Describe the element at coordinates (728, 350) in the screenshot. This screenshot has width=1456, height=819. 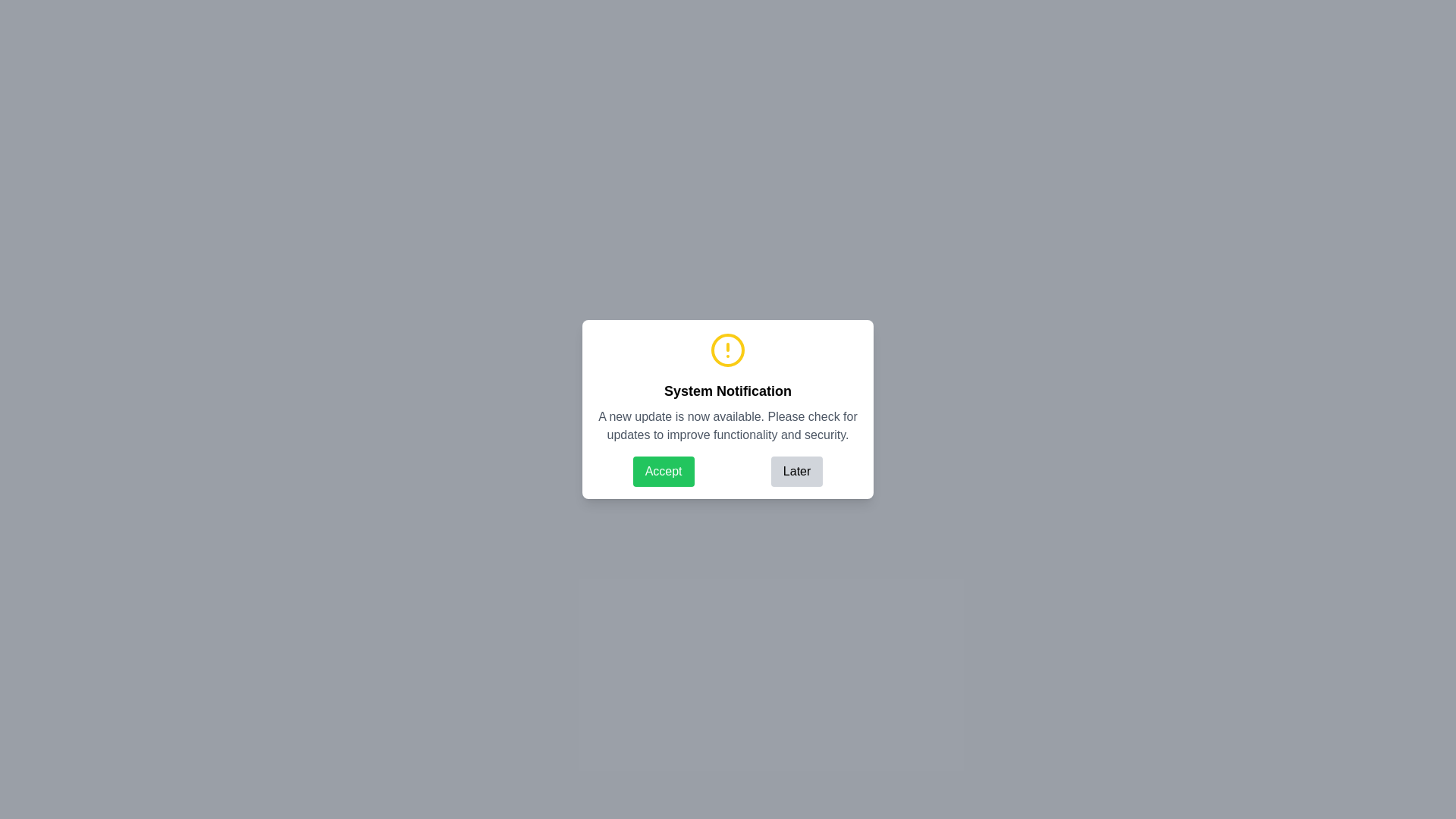
I see `the central circular graphic SVG element of the alert icon located at the top of the notification dialog box` at that location.